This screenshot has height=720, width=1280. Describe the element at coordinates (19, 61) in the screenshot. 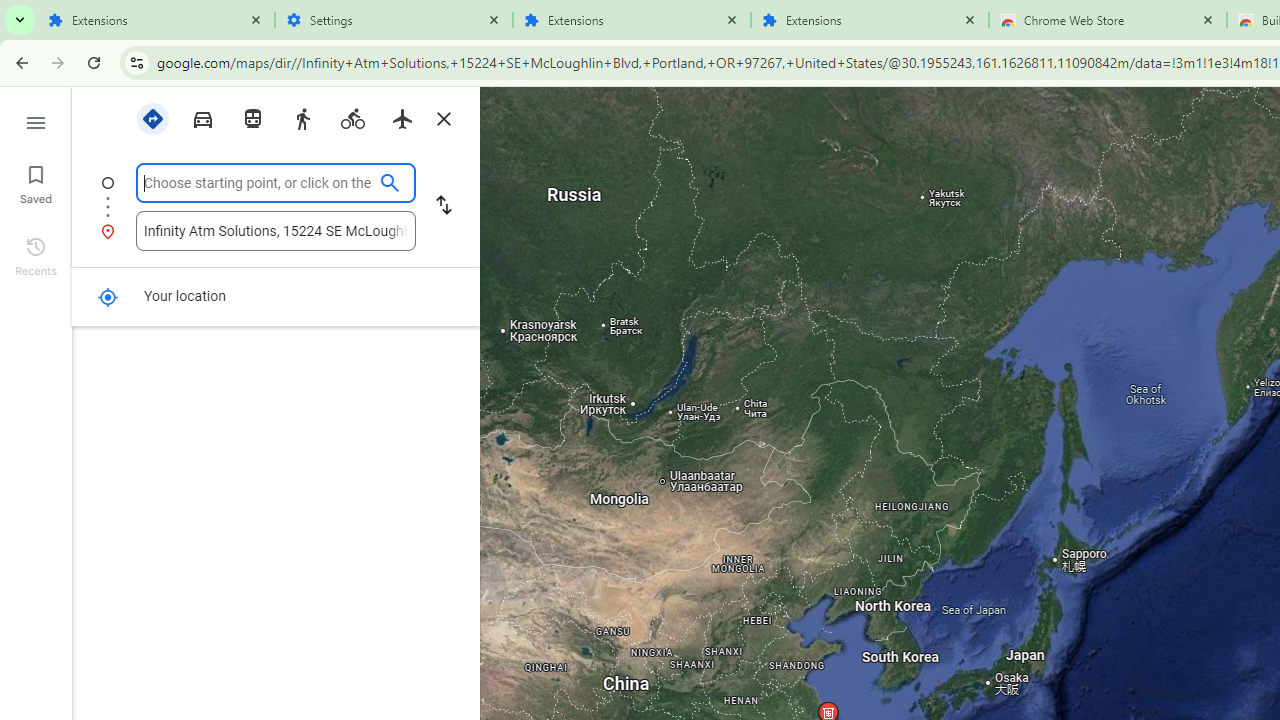

I see `'Back'` at that location.